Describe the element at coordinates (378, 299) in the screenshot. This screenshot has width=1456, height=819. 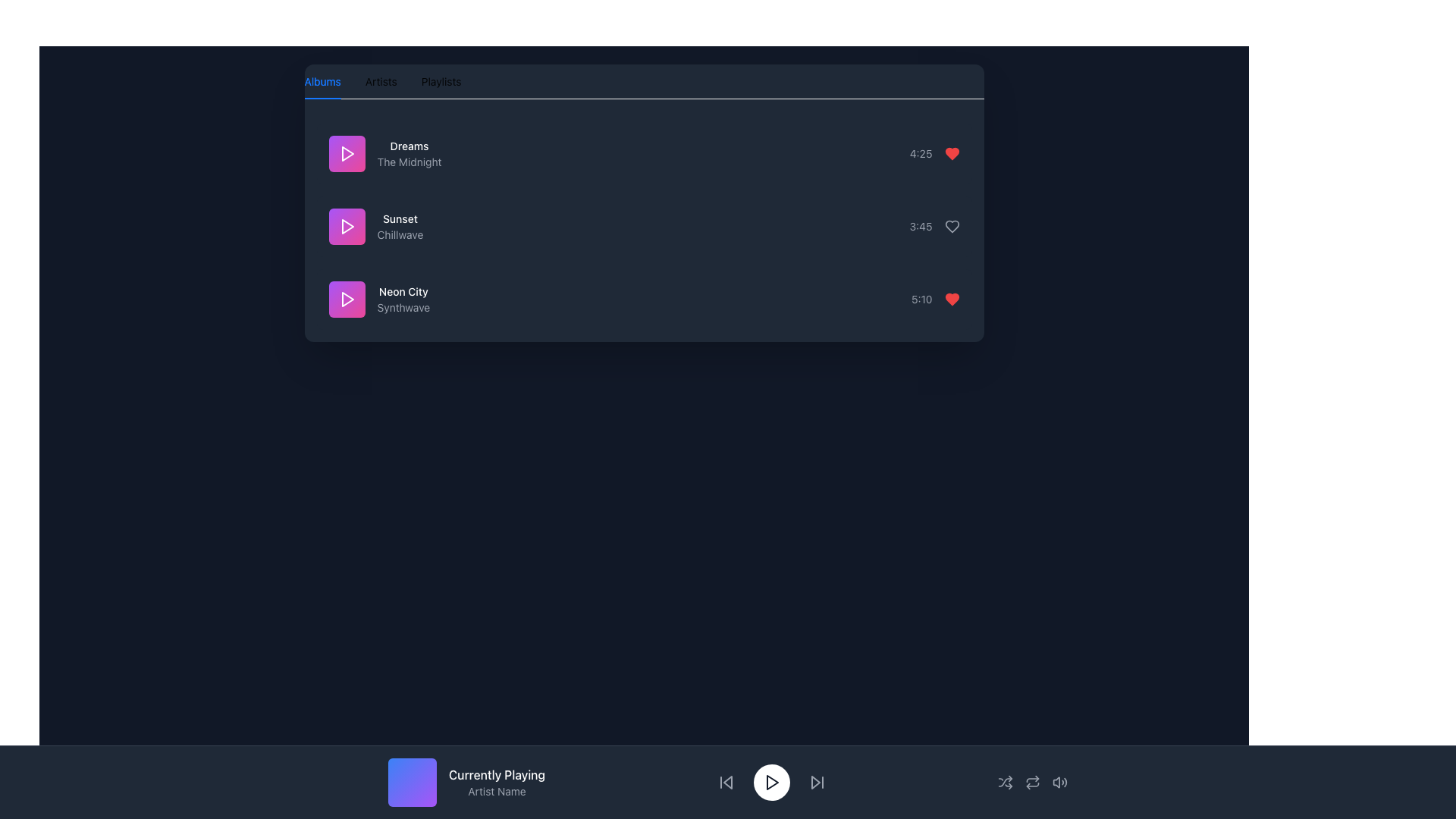
I see `the third Clickable List Card in the vertically arranged list of content cards, positioned below 'Sunset' and above subsequent items` at that location.